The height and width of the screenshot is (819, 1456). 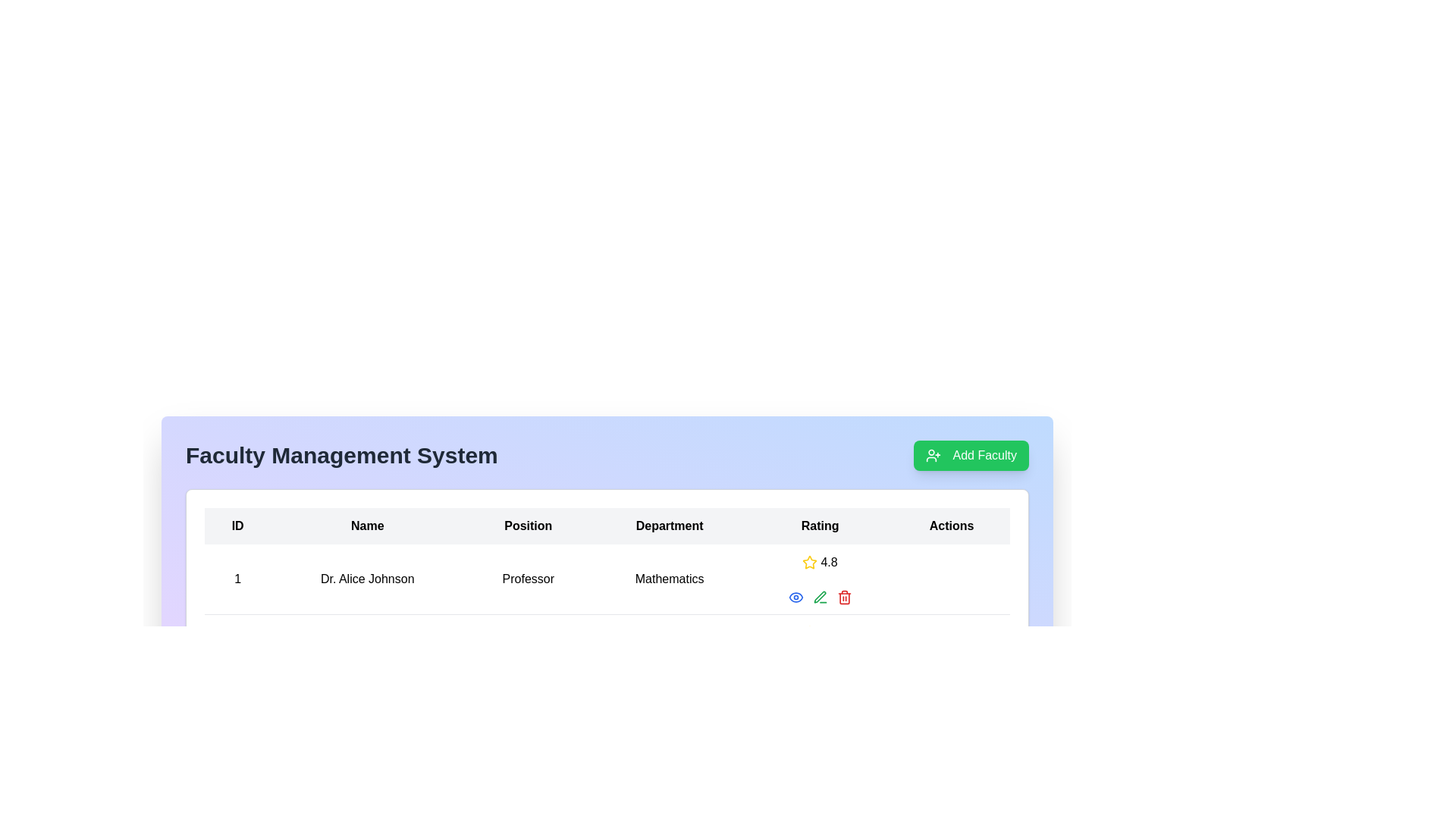 I want to click on the 'ID' text label, which is the first column header in the table layout, so click(x=237, y=526).